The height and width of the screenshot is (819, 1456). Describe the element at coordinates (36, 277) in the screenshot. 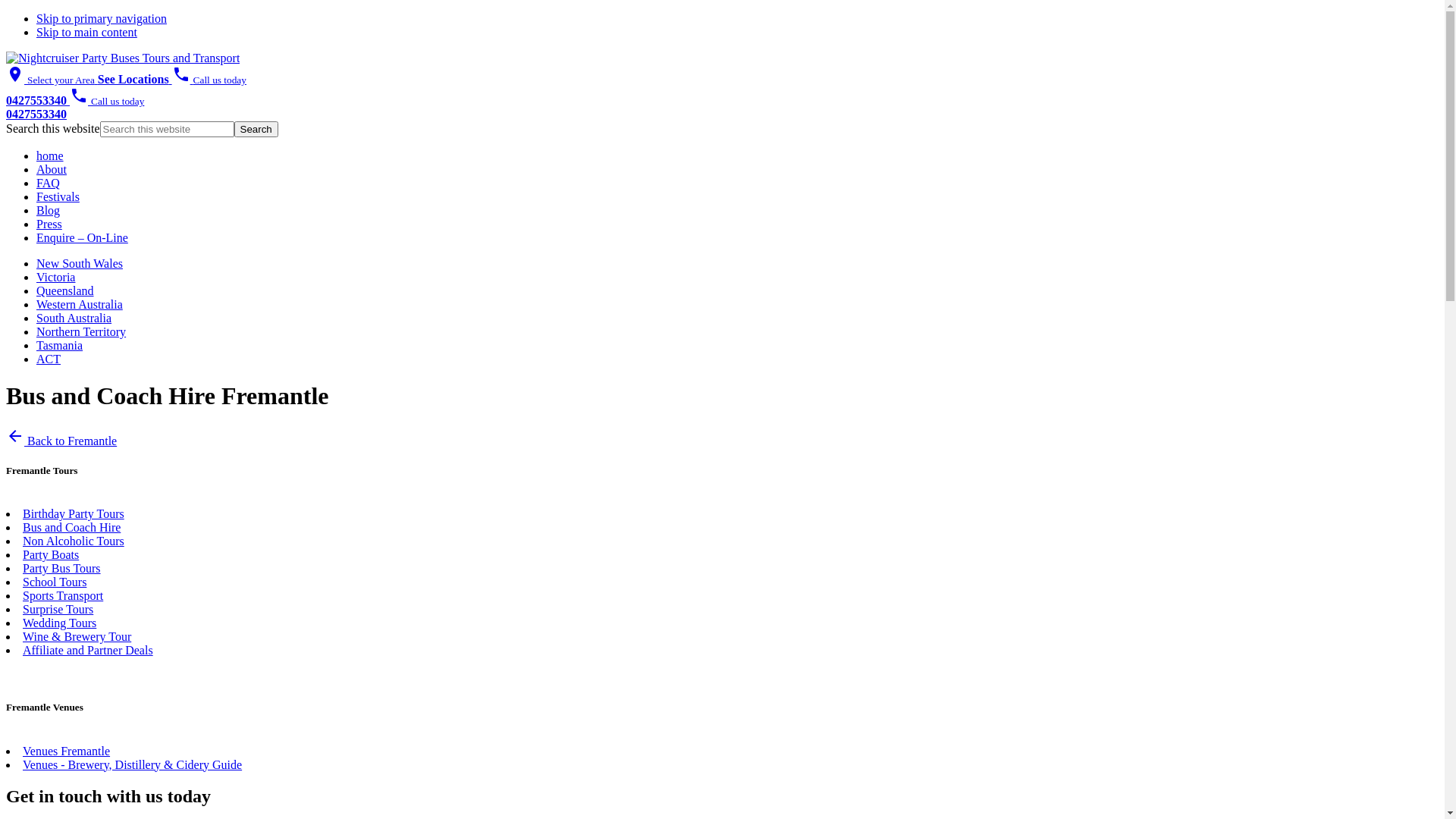

I see `'Victoria'` at that location.